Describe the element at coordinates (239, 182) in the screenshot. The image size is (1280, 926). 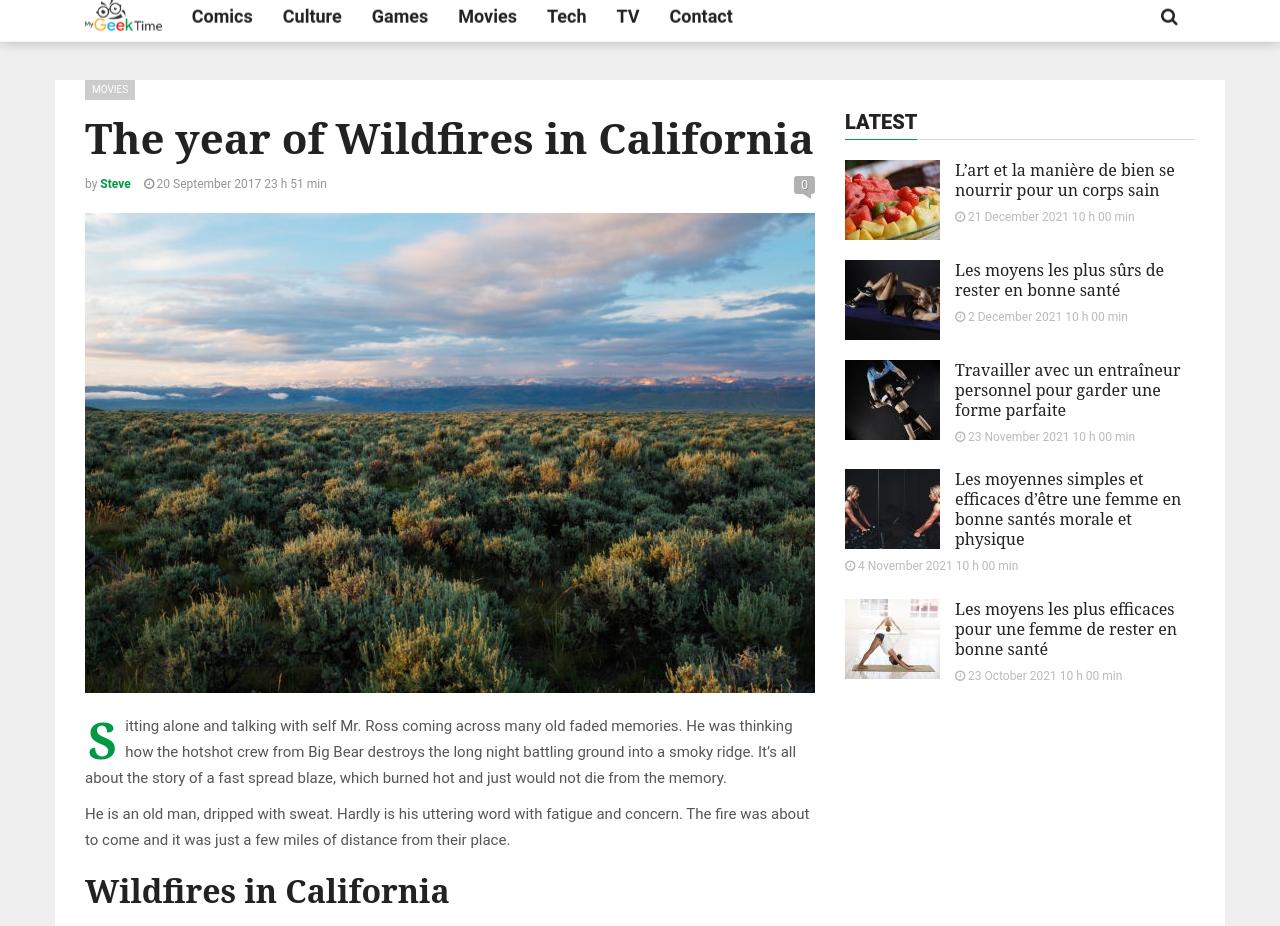
I see `'20 September 2017 23 h 51 min'` at that location.